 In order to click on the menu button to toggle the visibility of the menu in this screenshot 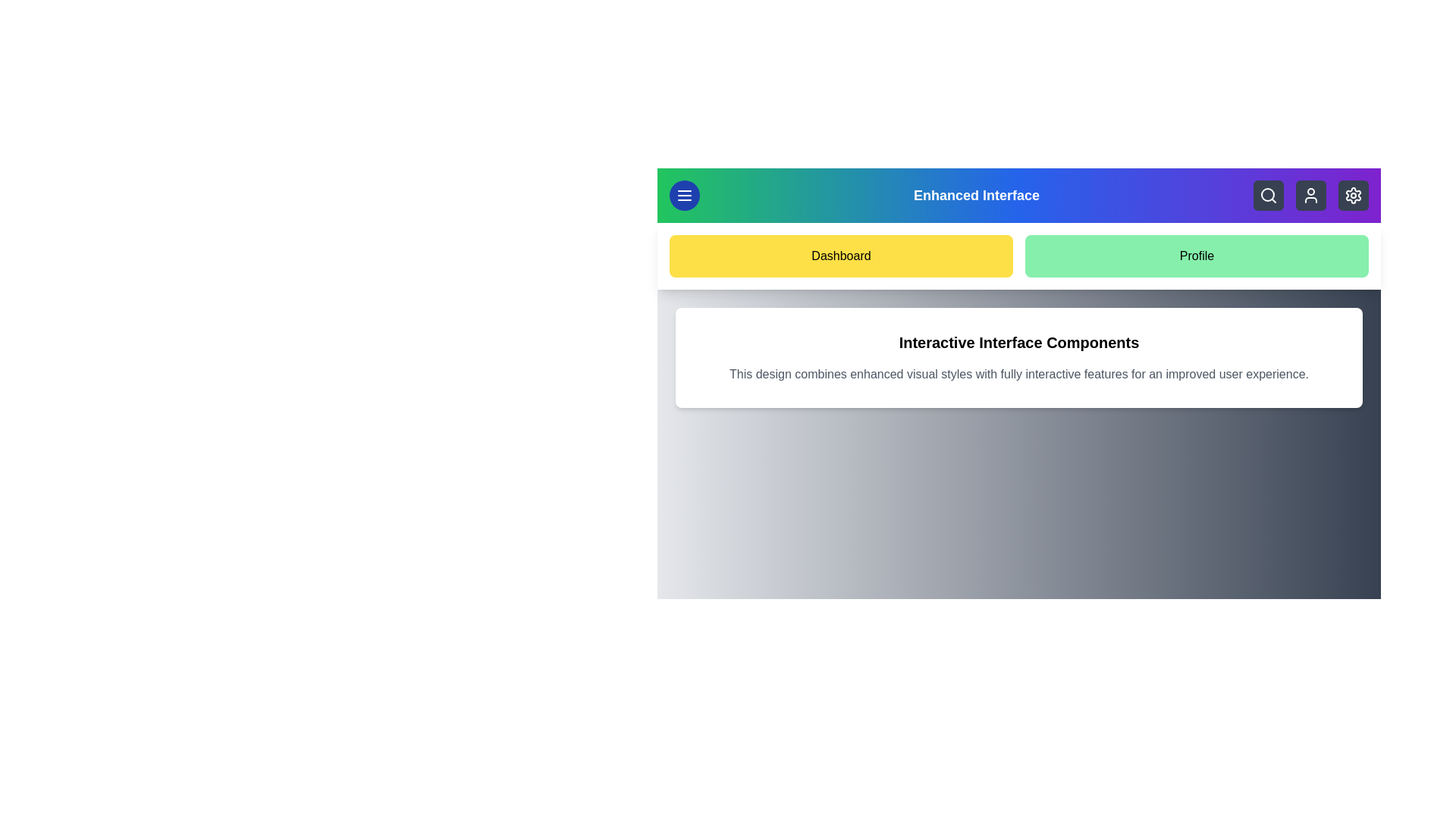, I will do `click(683, 195)`.